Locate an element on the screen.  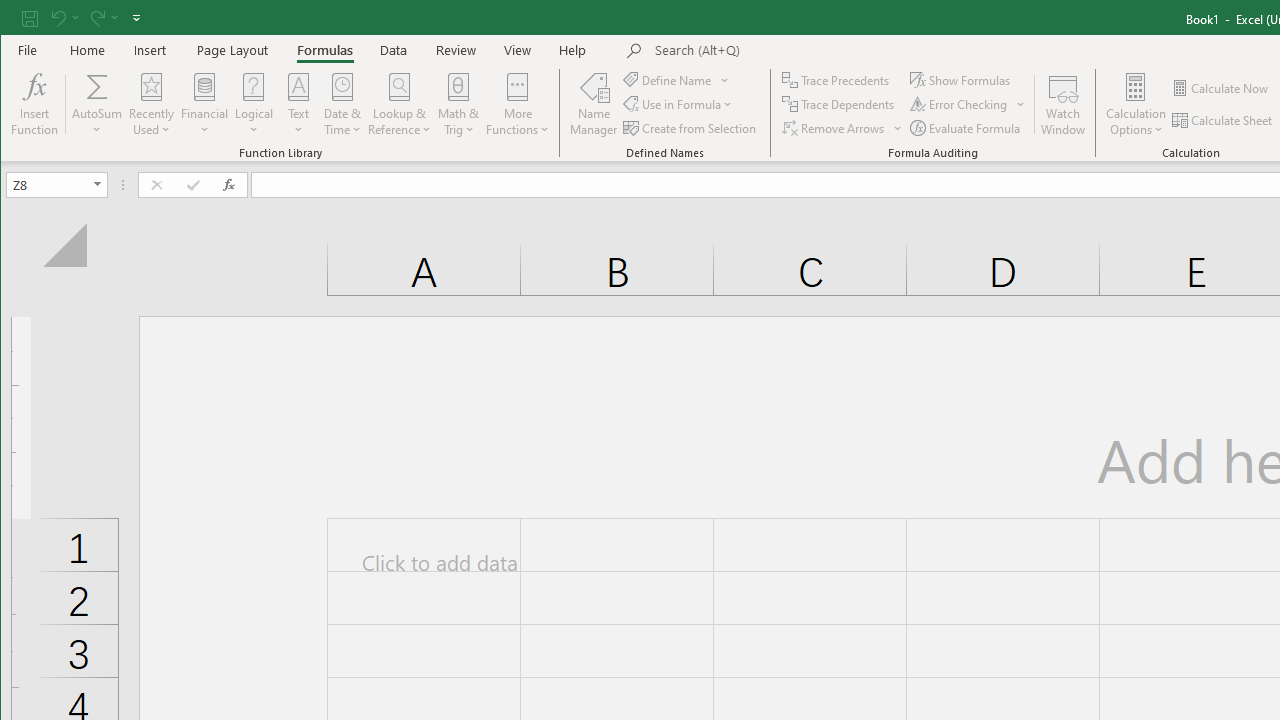
'Calculate Now' is located at coordinates (1220, 87).